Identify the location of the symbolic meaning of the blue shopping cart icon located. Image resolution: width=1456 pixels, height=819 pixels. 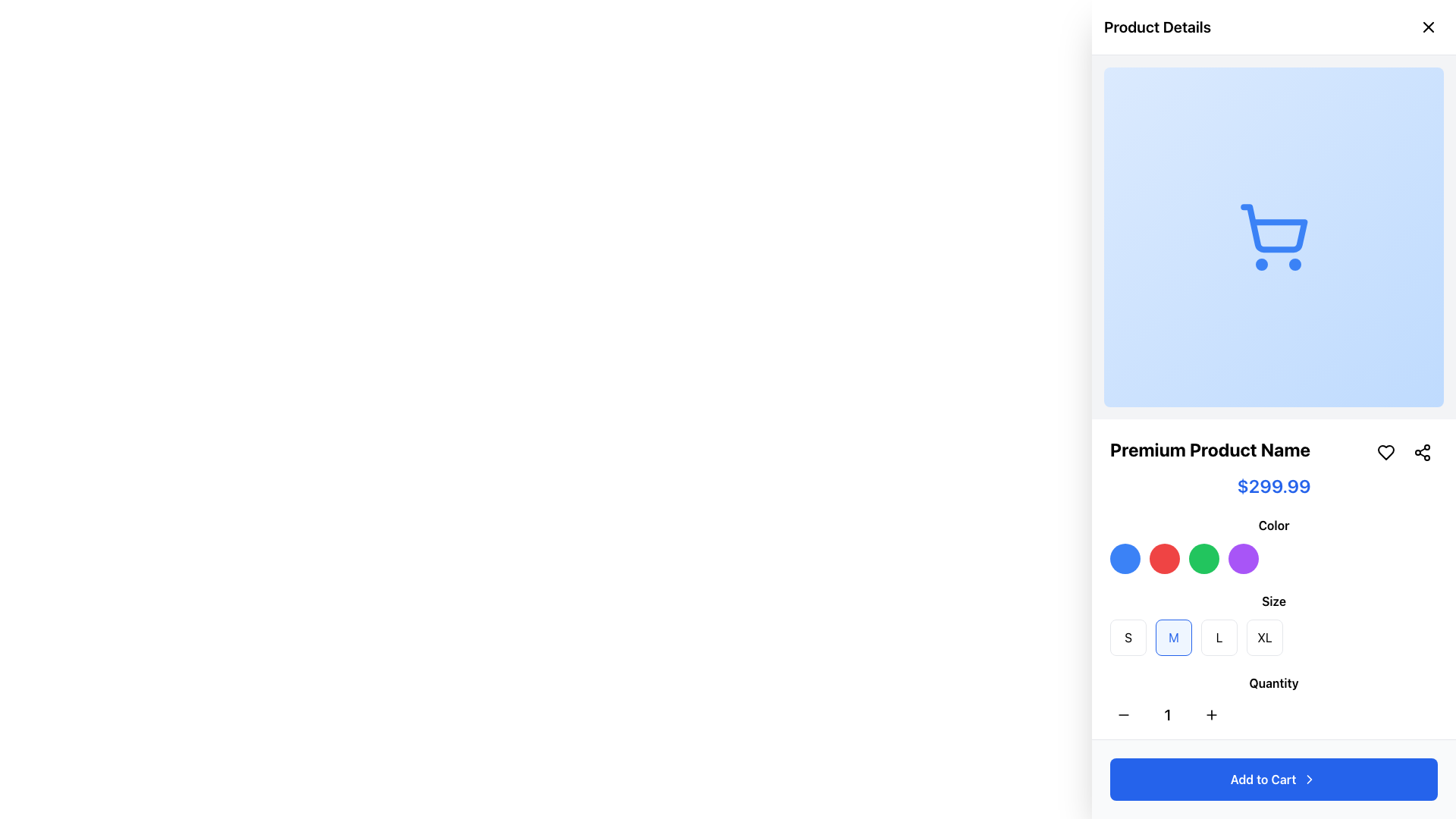
(1274, 237).